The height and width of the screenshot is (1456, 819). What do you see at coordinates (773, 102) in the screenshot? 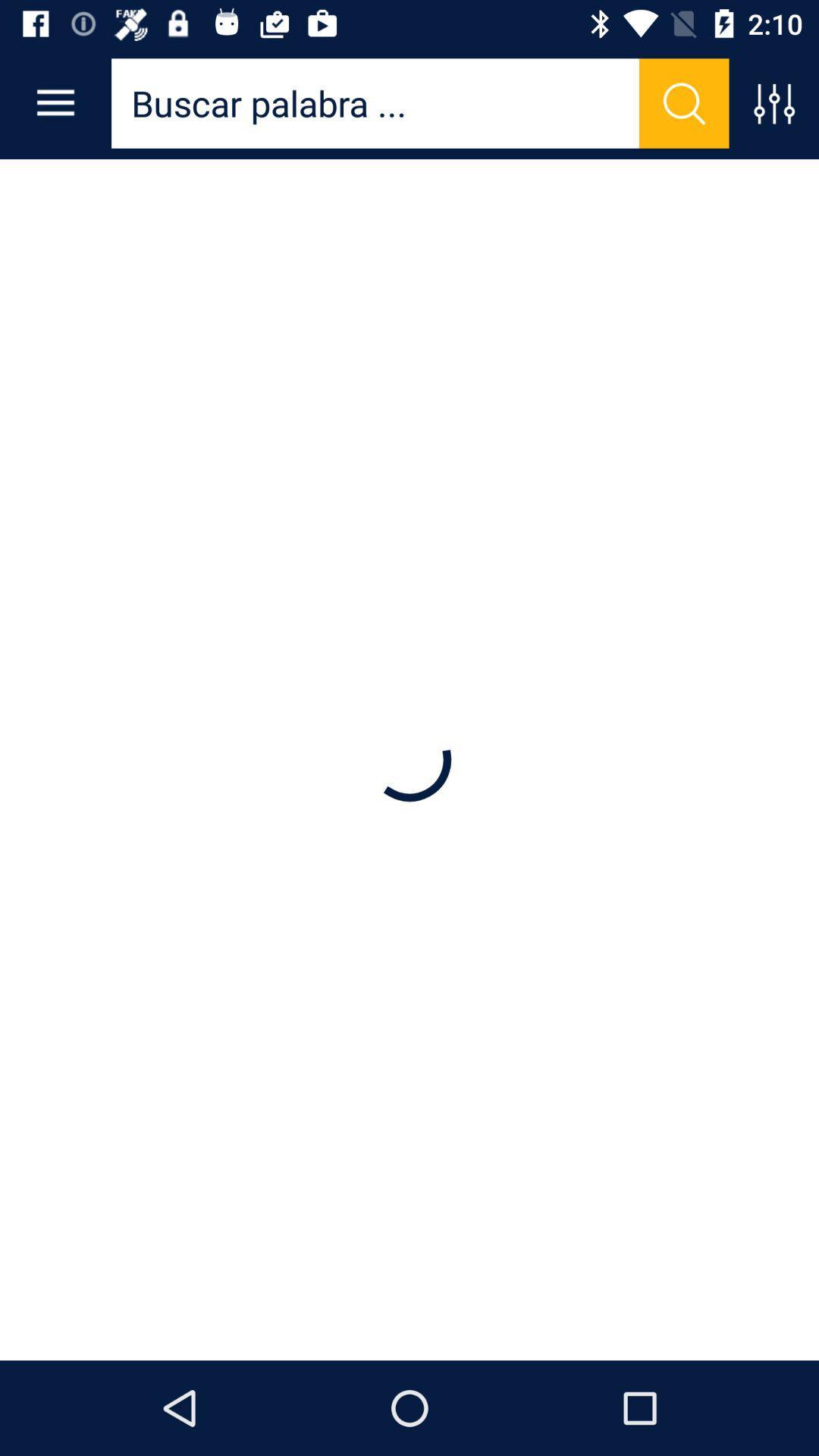
I see `change the filters` at bounding box center [773, 102].